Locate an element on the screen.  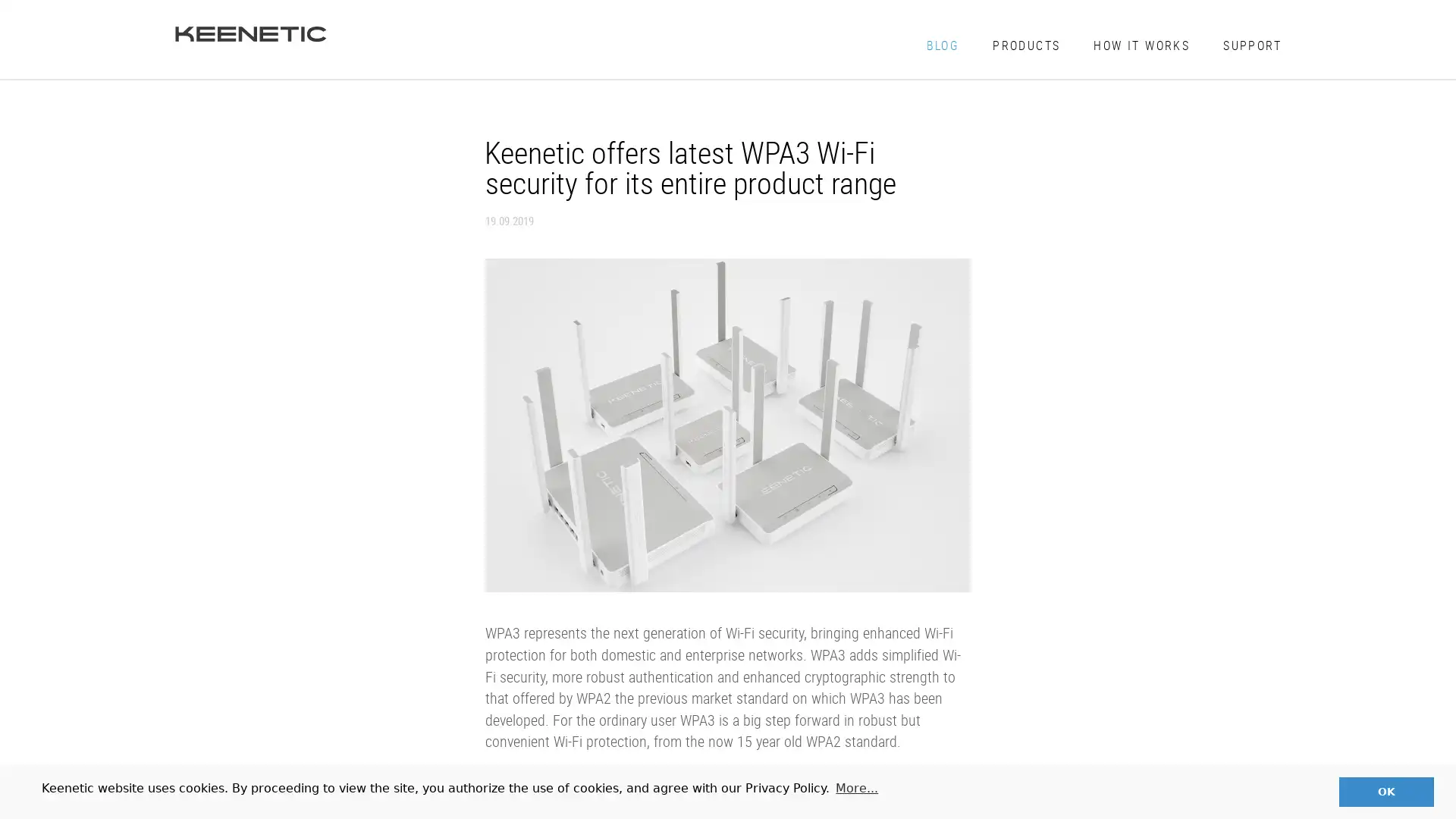
dismiss cookie message is located at coordinates (1386, 791).